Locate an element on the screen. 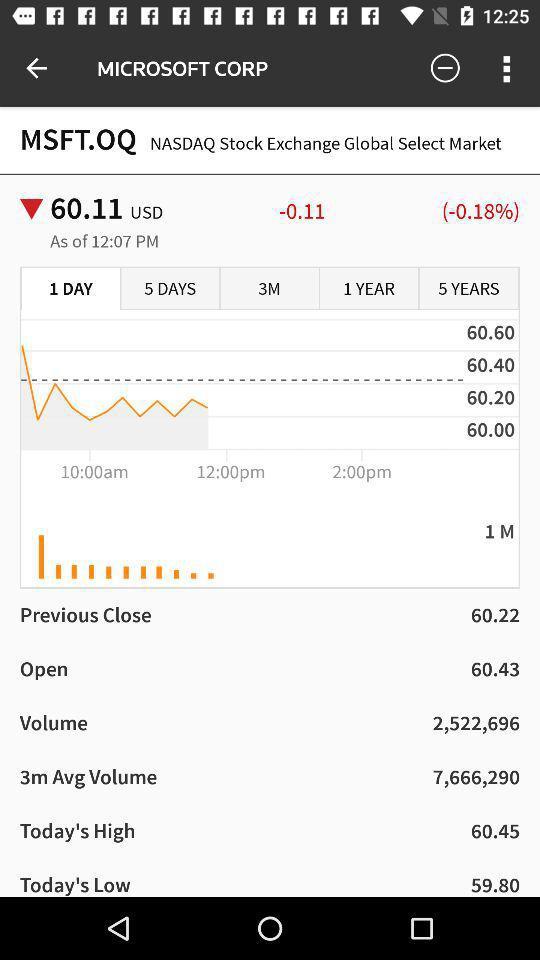 The width and height of the screenshot is (540, 960). 1 day icon is located at coordinates (70, 288).